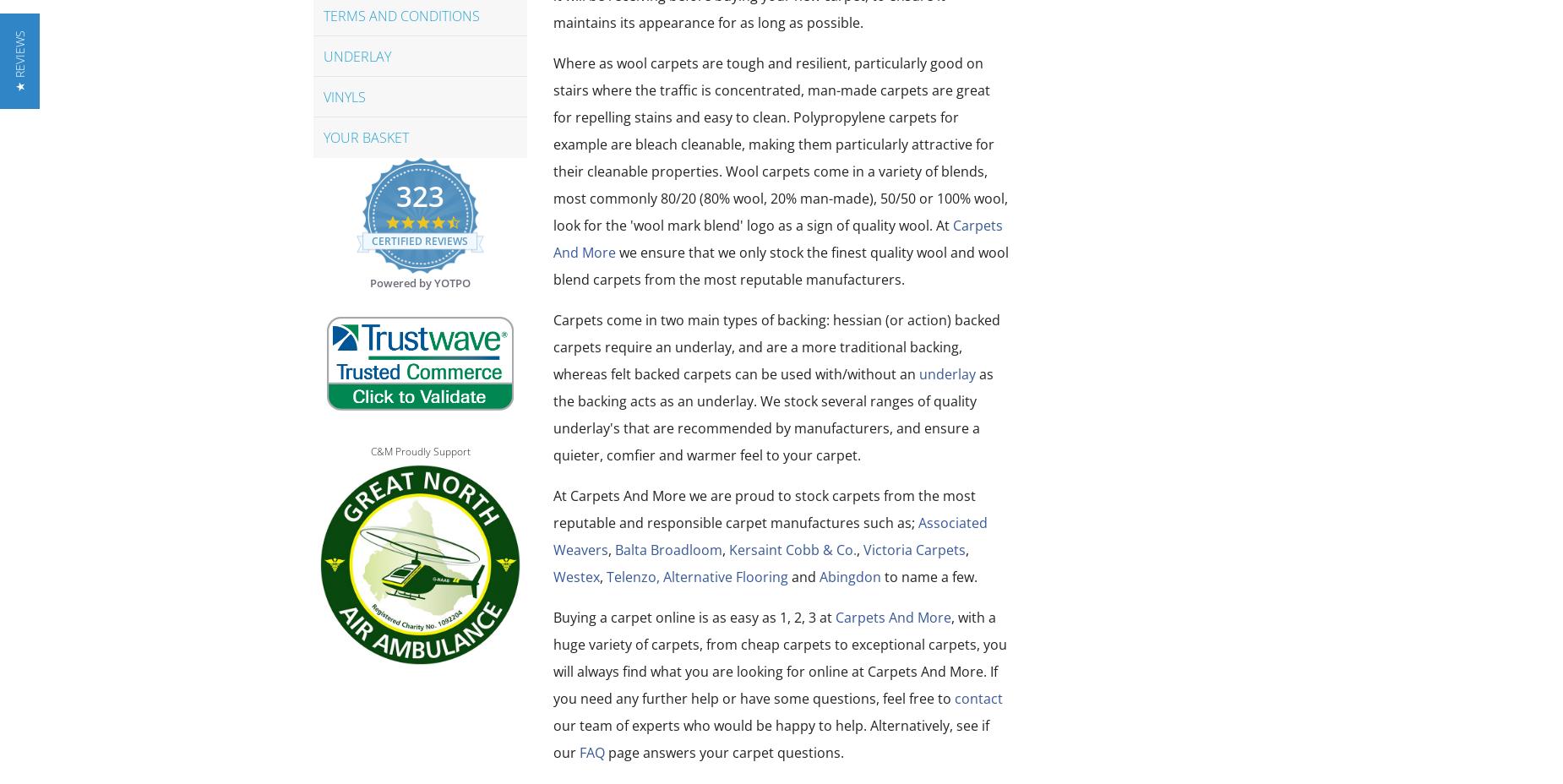 This screenshot has width=1563, height=784. Describe the element at coordinates (929, 577) in the screenshot. I see `'to name a few.'` at that location.